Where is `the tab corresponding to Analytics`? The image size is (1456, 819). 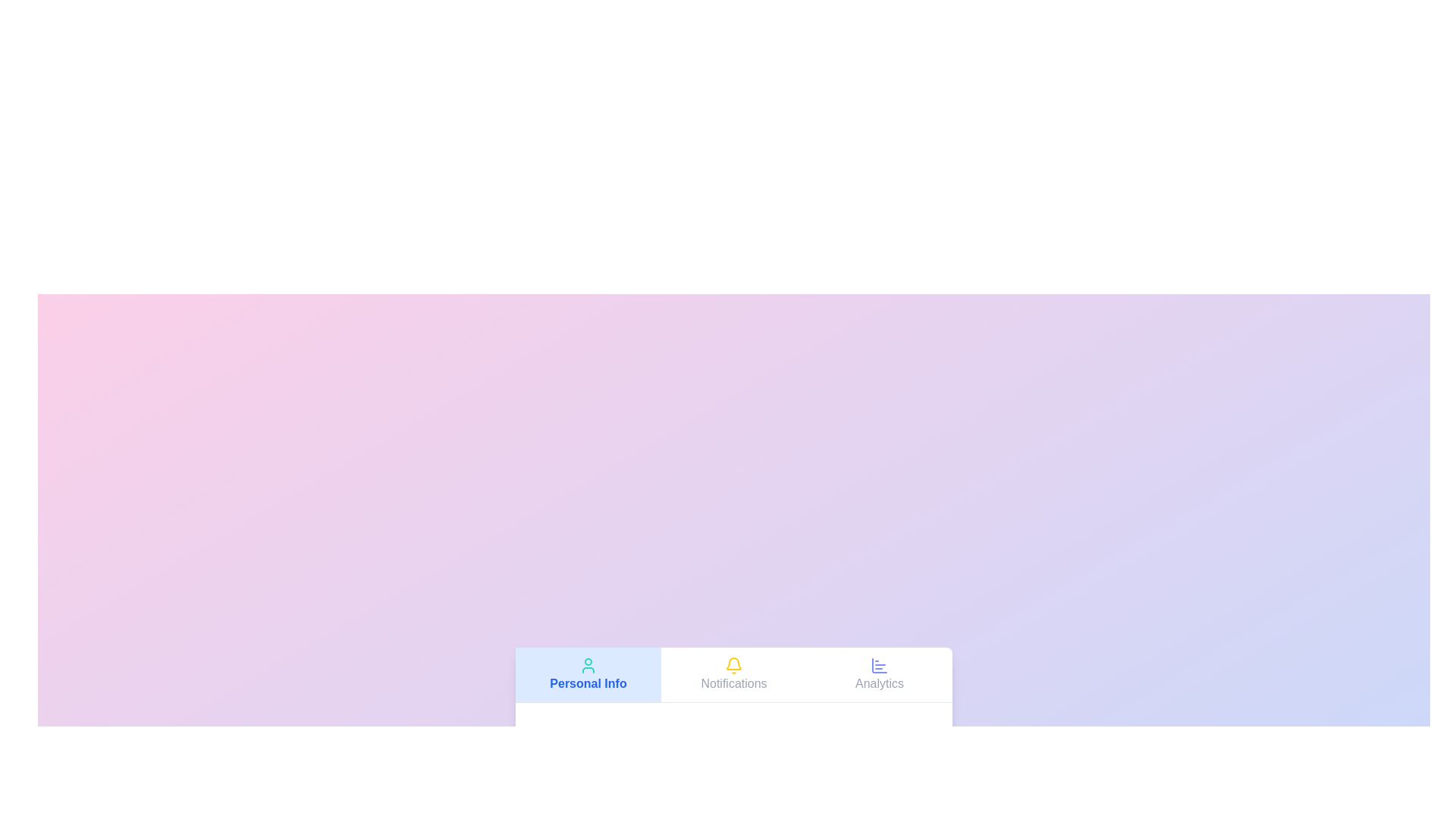
the tab corresponding to Analytics is located at coordinates (880, 673).